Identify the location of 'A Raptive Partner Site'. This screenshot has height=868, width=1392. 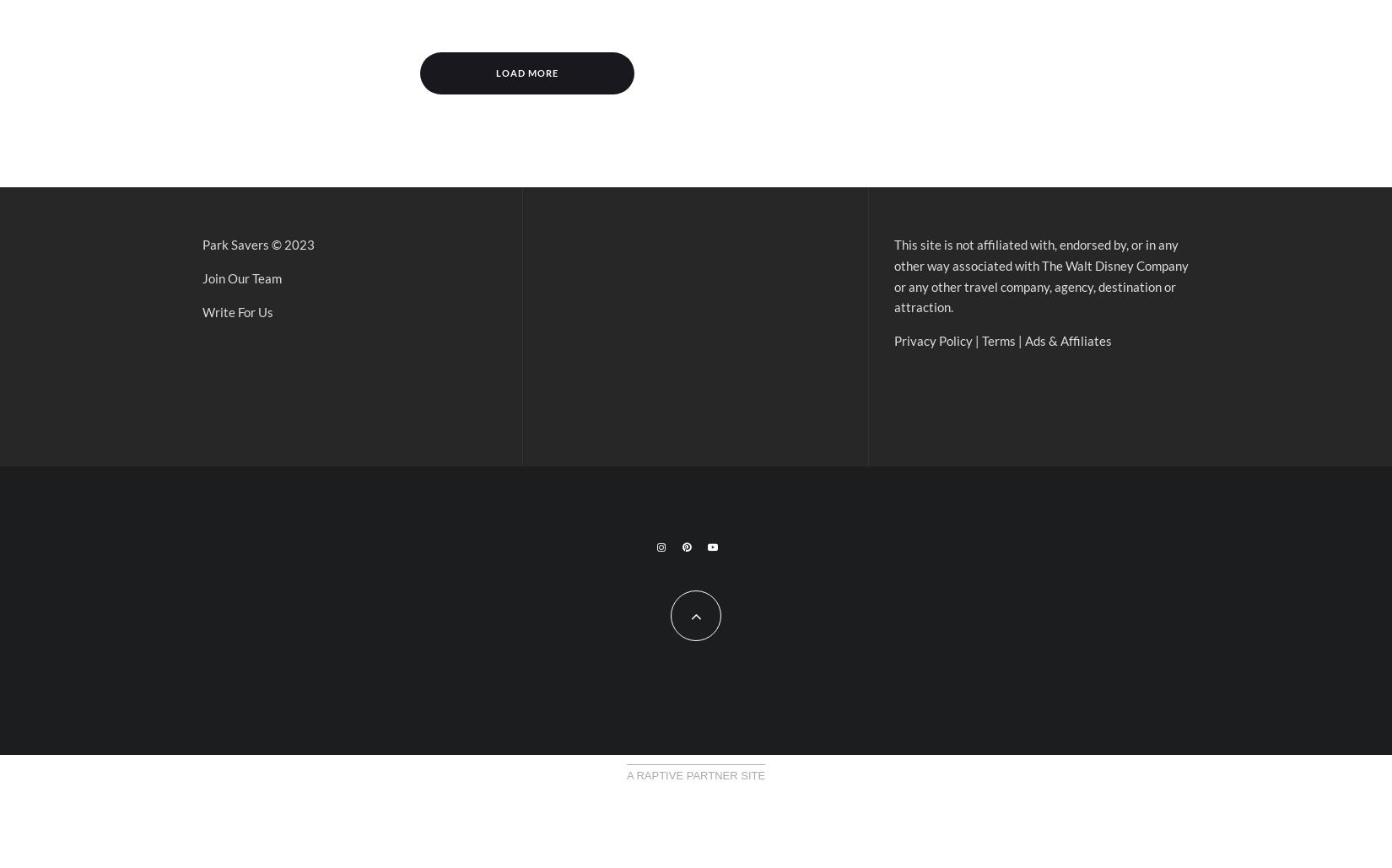
(694, 774).